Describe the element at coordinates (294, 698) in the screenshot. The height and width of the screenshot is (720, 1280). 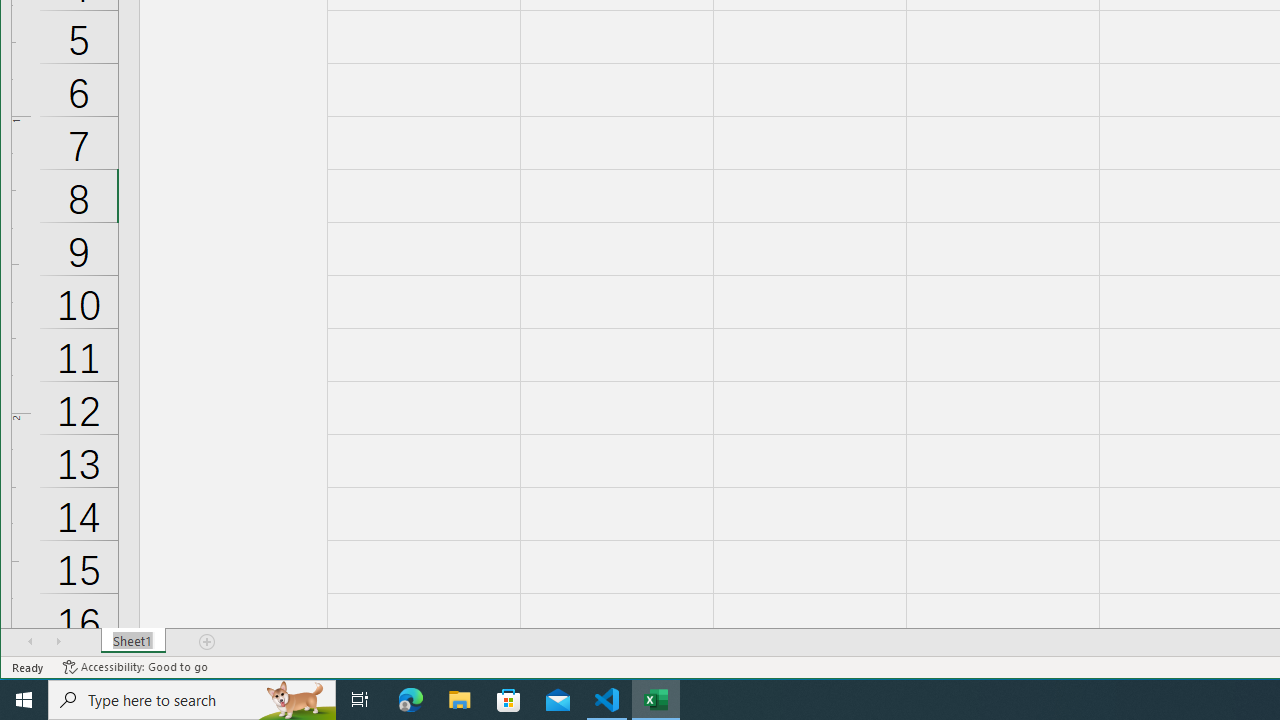
I see `'Search highlights icon opens search home window'` at that location.